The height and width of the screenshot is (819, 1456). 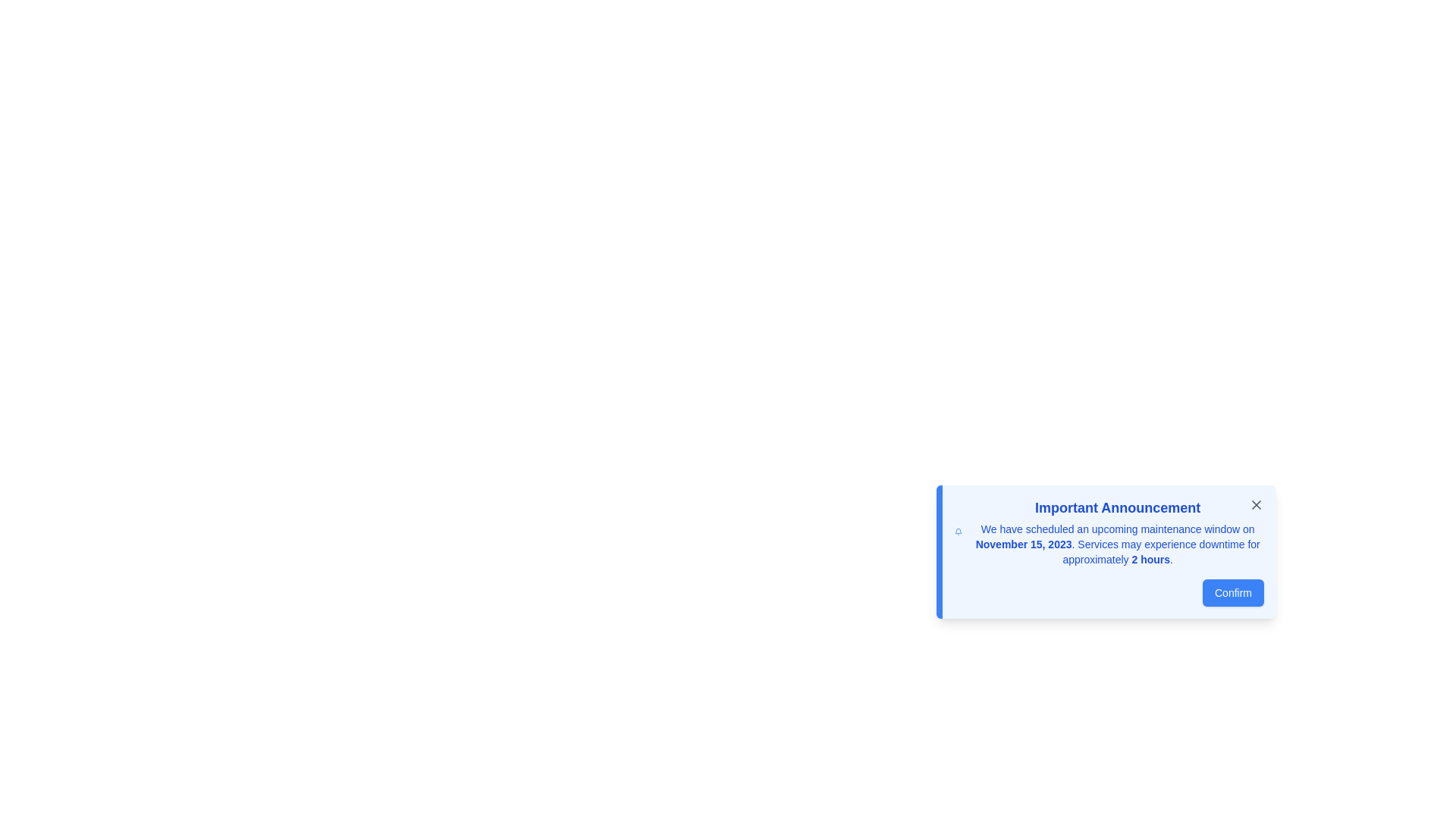 I want to click on the static text block that contains the announcement with the date 'November 15, 2023' and duration '2 hours', located below the heading 'Important Announcement', so click(x=1118, y=543).